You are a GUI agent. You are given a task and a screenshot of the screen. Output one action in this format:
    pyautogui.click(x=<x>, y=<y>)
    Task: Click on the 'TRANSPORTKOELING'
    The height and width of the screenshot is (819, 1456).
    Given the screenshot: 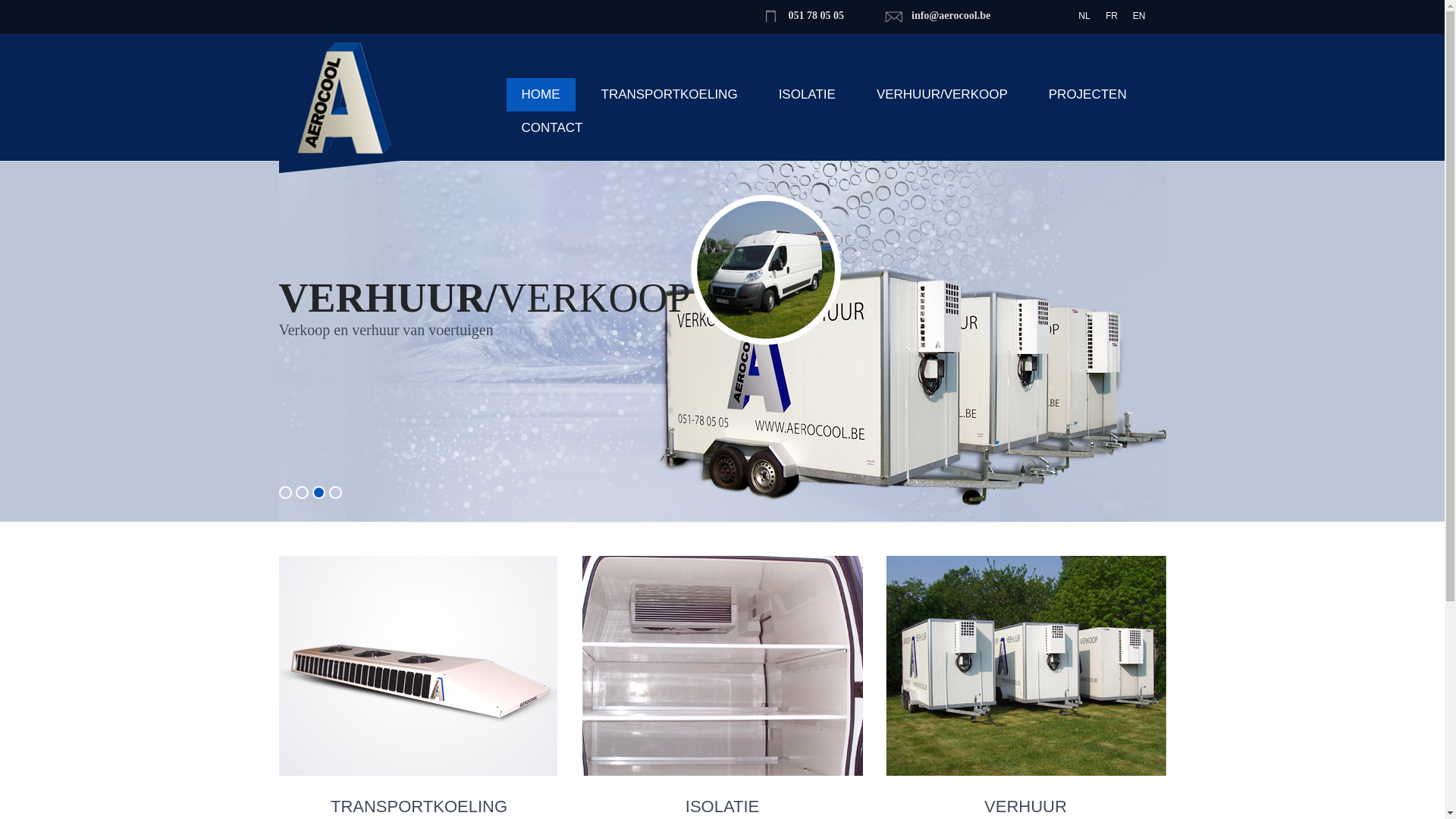 What is the action you would take?
    pyautogui.click(x=585, y=94)
    